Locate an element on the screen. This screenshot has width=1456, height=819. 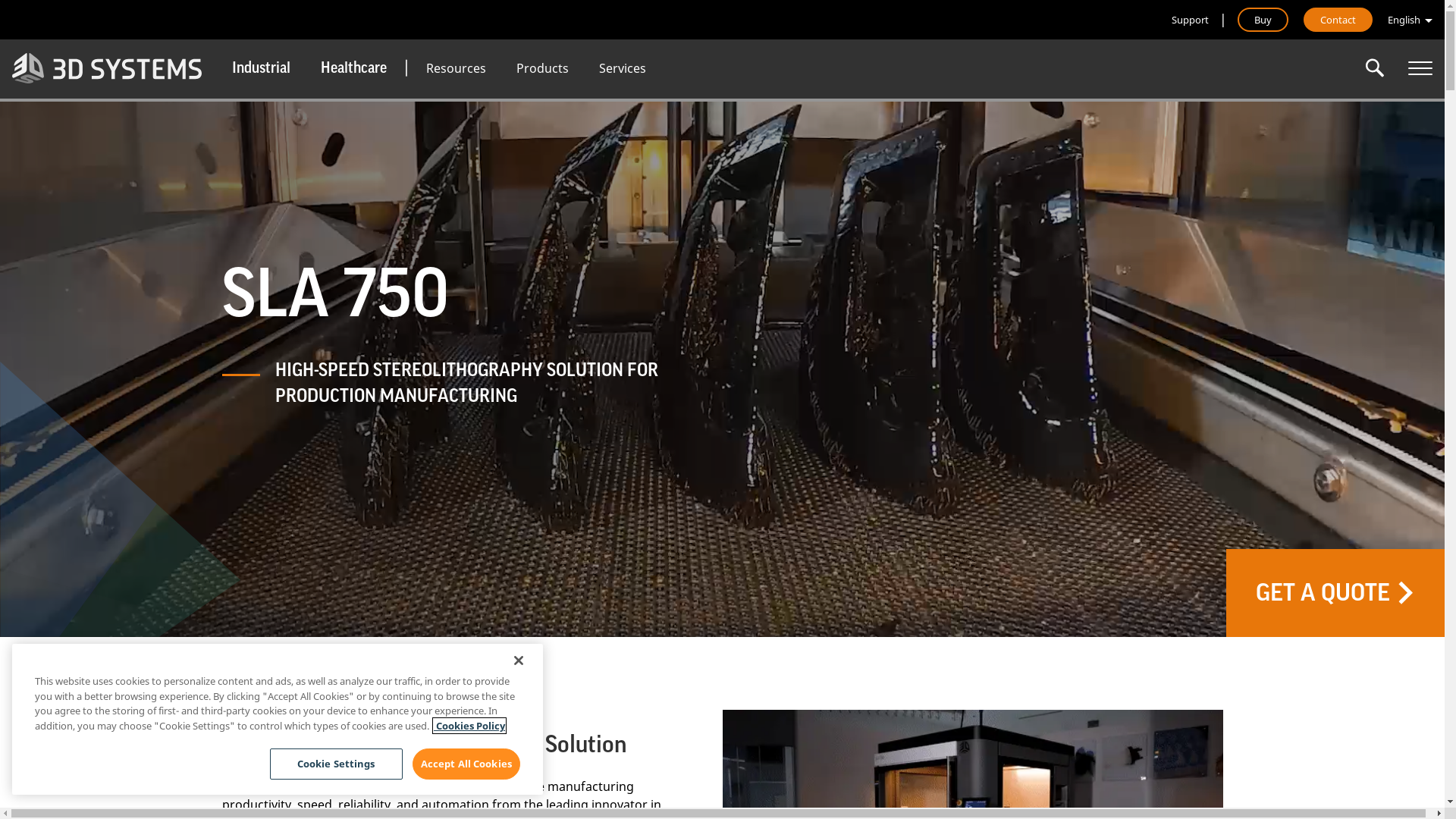
'Skip to main content' is located at coordinates (0, 0).